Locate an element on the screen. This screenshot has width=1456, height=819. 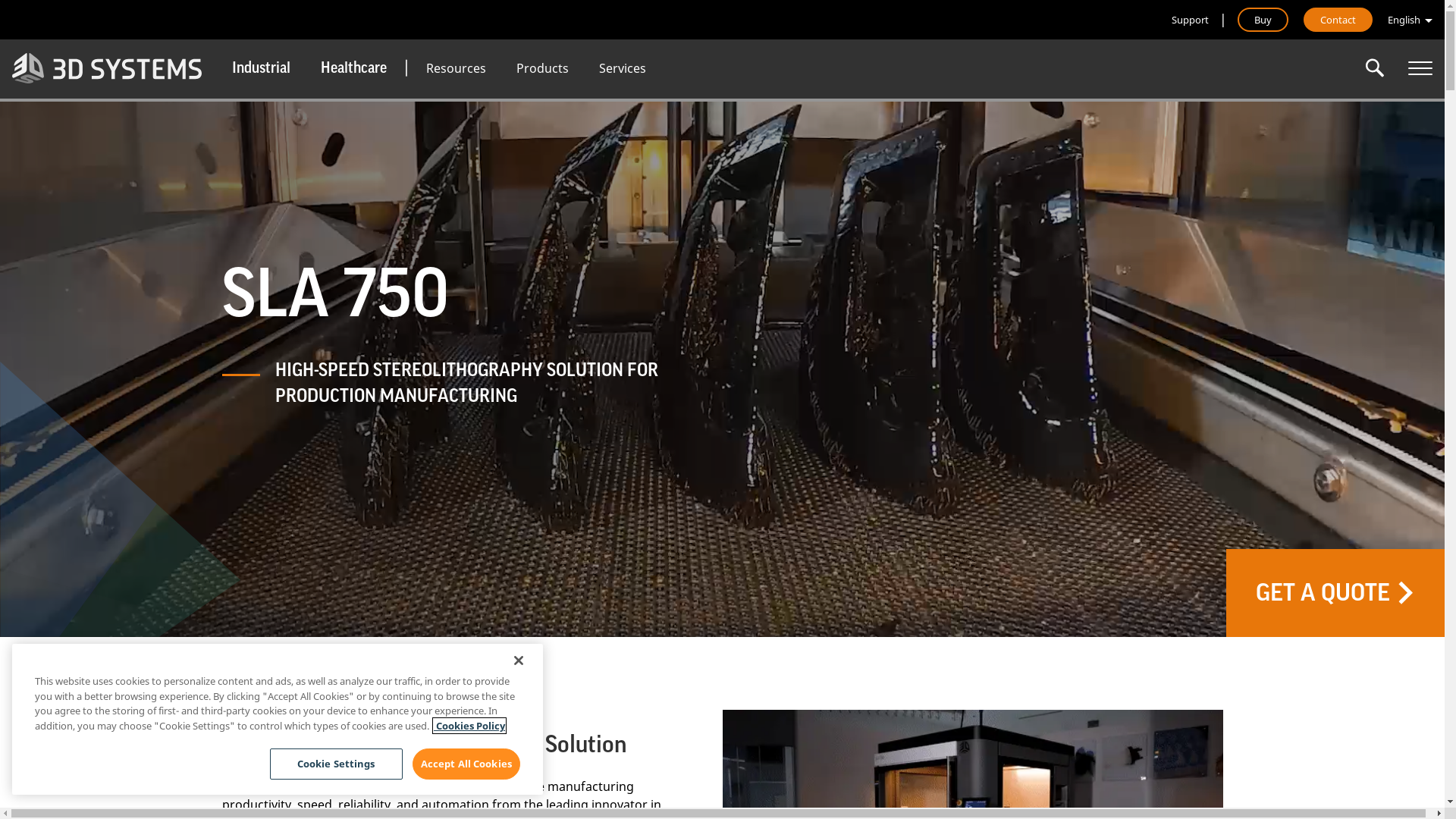
'Skip to main content' is located at coordinates (0, 0).